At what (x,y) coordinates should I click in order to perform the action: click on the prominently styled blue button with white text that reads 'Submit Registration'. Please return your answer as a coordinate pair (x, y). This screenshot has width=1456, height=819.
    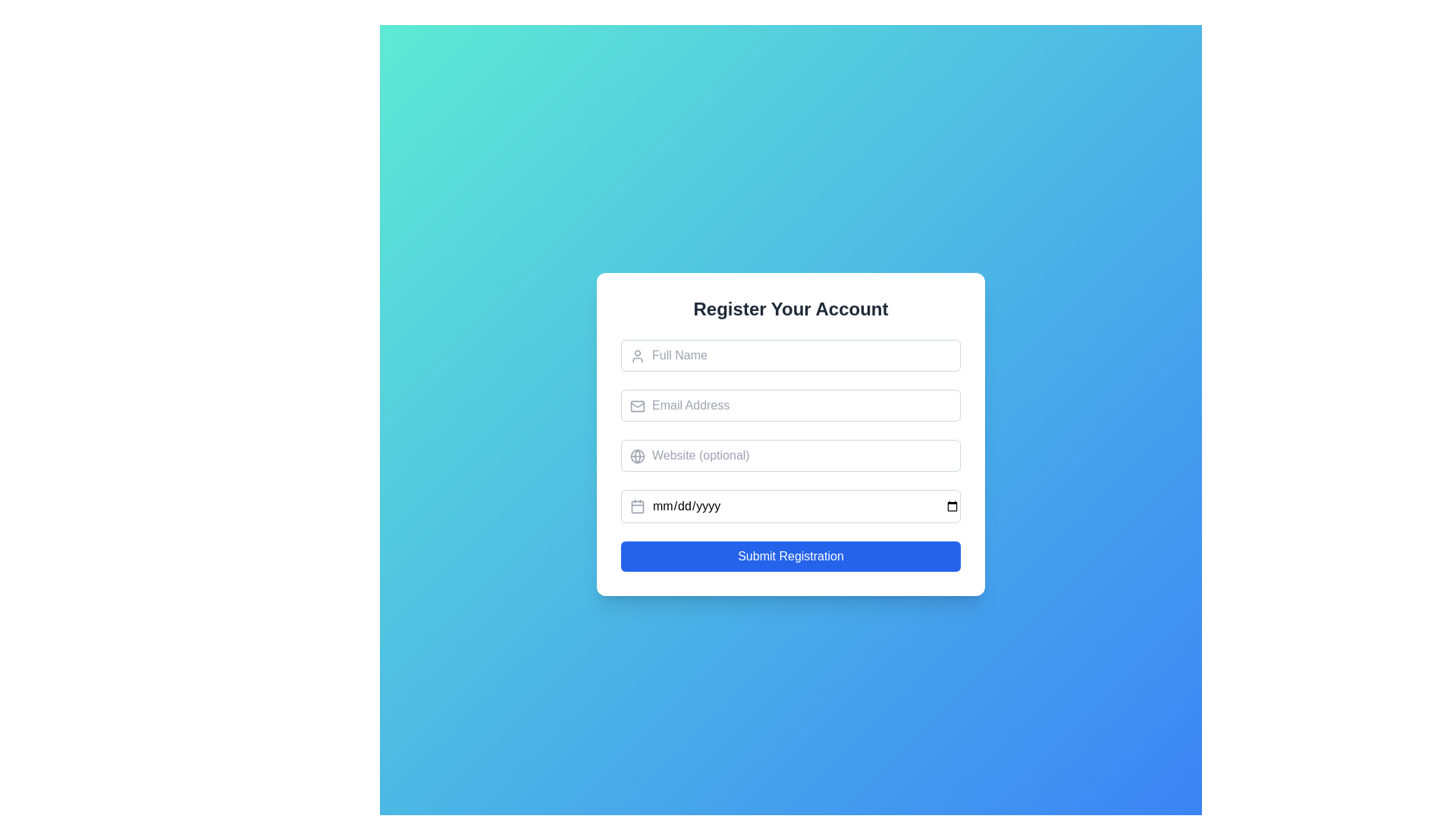
    Looking at the image, I should click on (789, 556).